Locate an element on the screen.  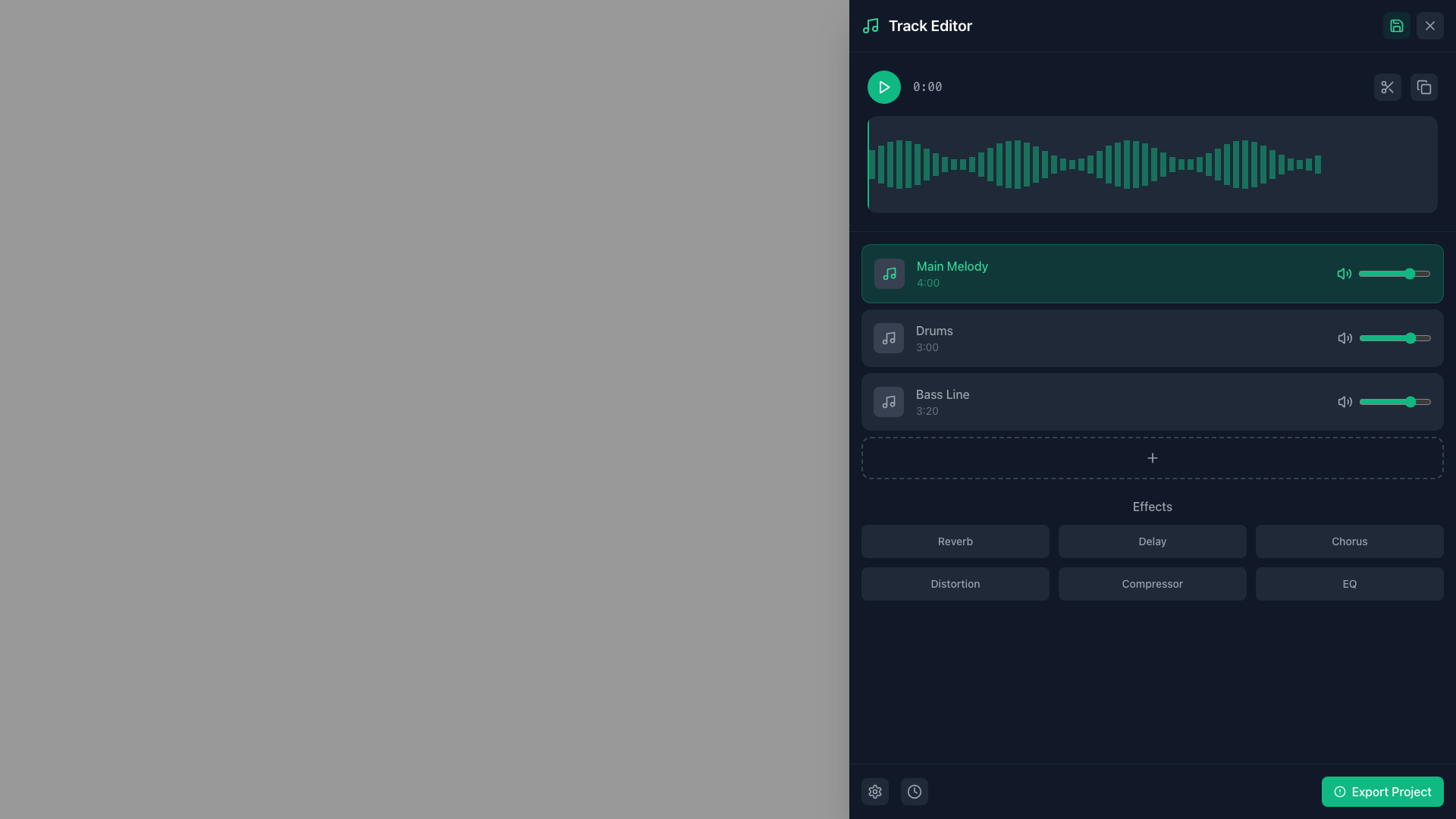
the thirty-fourth vertical Waveform bar, which is a narrow rectangular bar with a semi-transparent emerald green fill within the waveform visualization area is located at coordinates (1171, 164).